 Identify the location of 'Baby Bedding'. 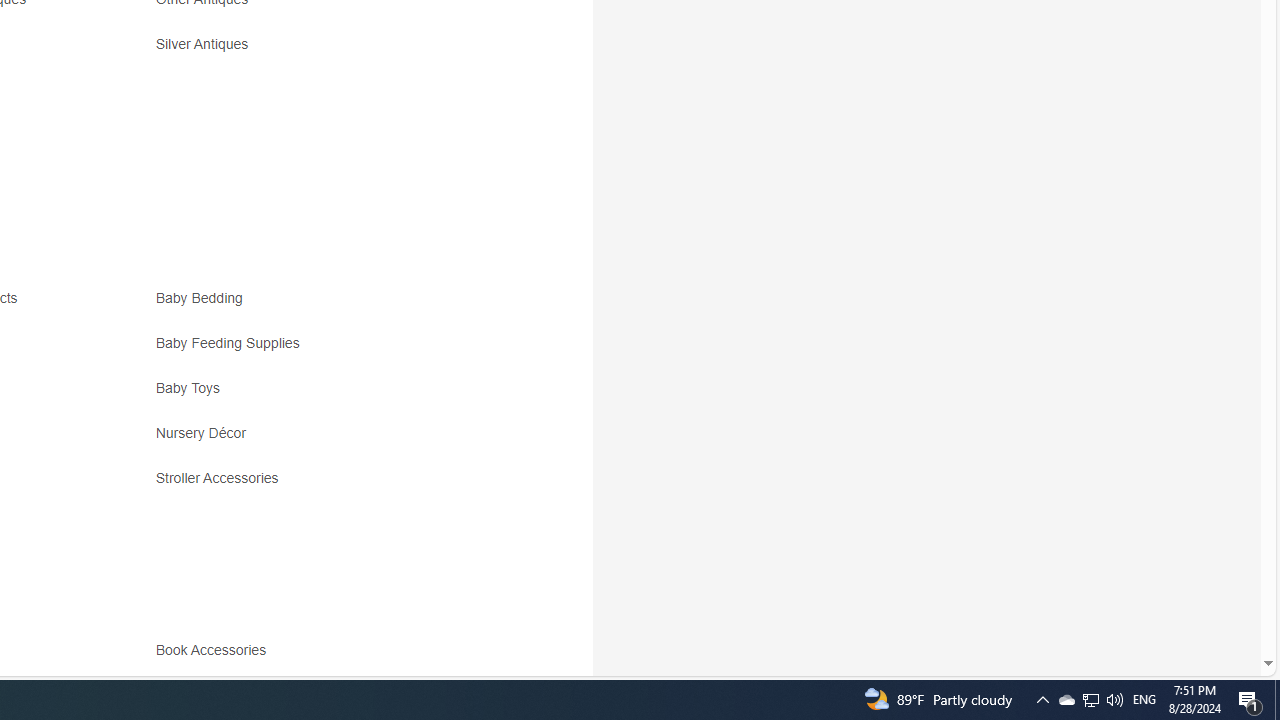
(332, 305).